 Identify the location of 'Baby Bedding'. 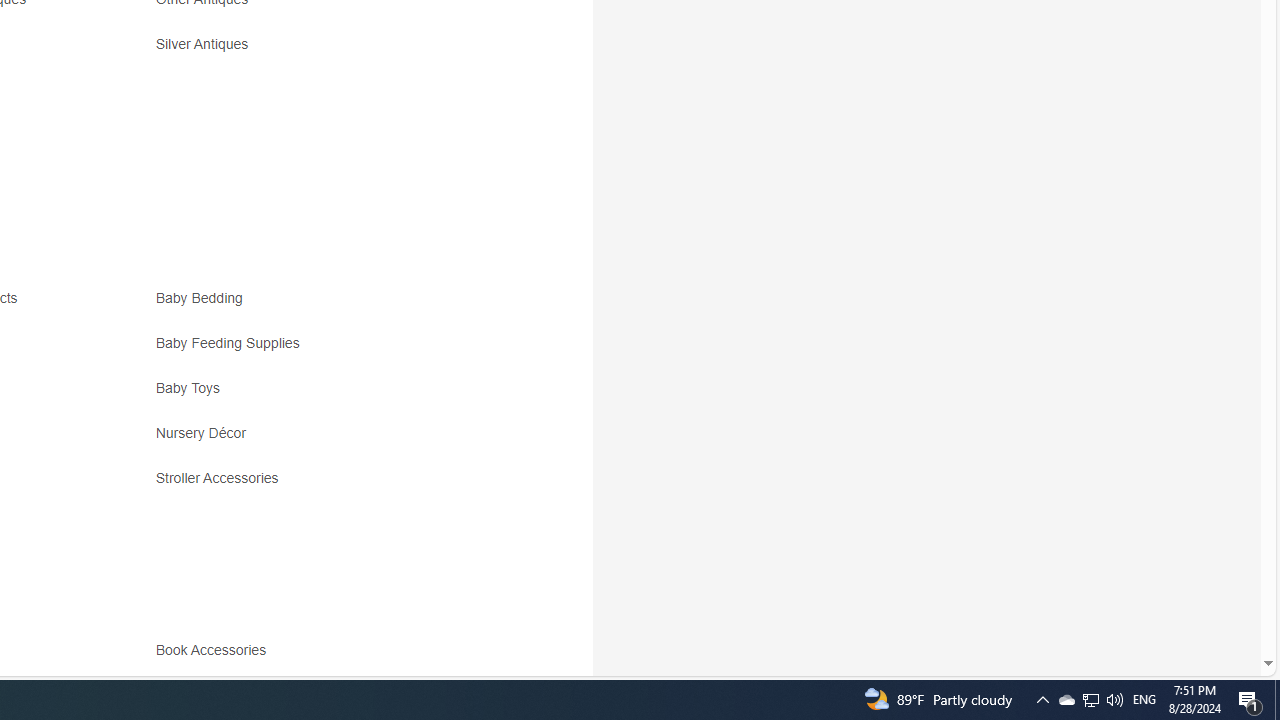
(332, 305).